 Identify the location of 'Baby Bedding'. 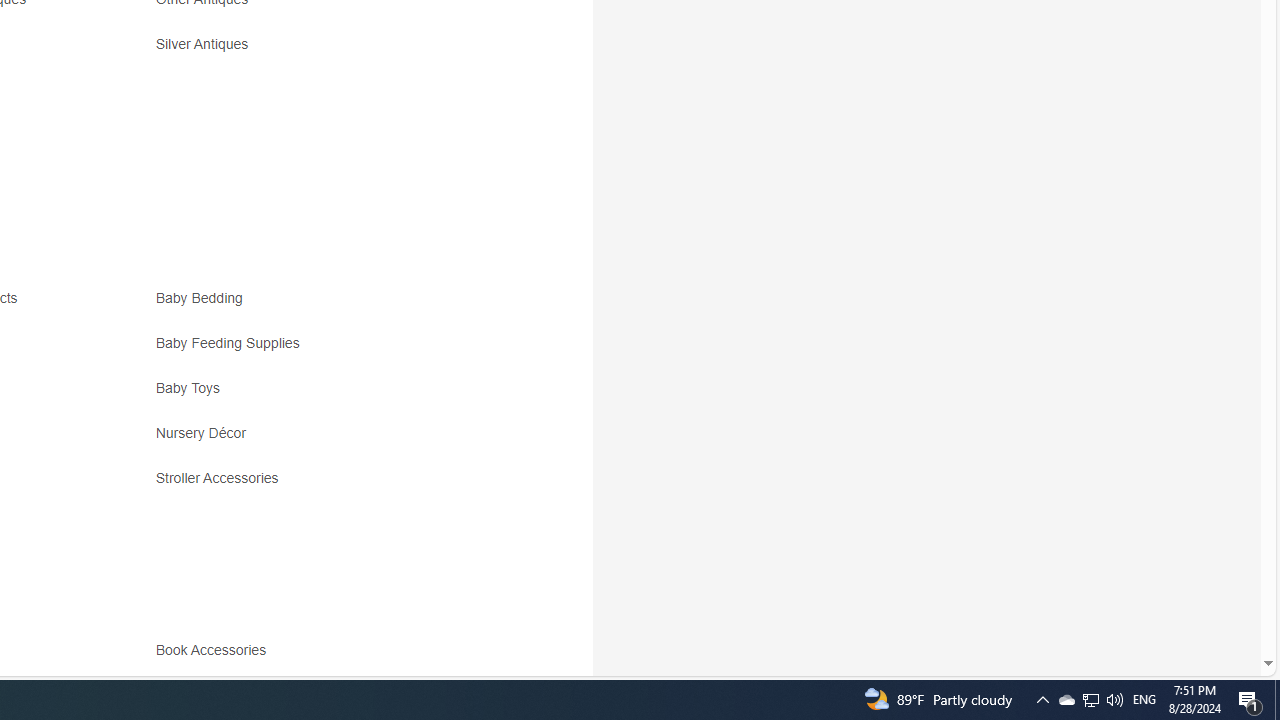
(332, 305).